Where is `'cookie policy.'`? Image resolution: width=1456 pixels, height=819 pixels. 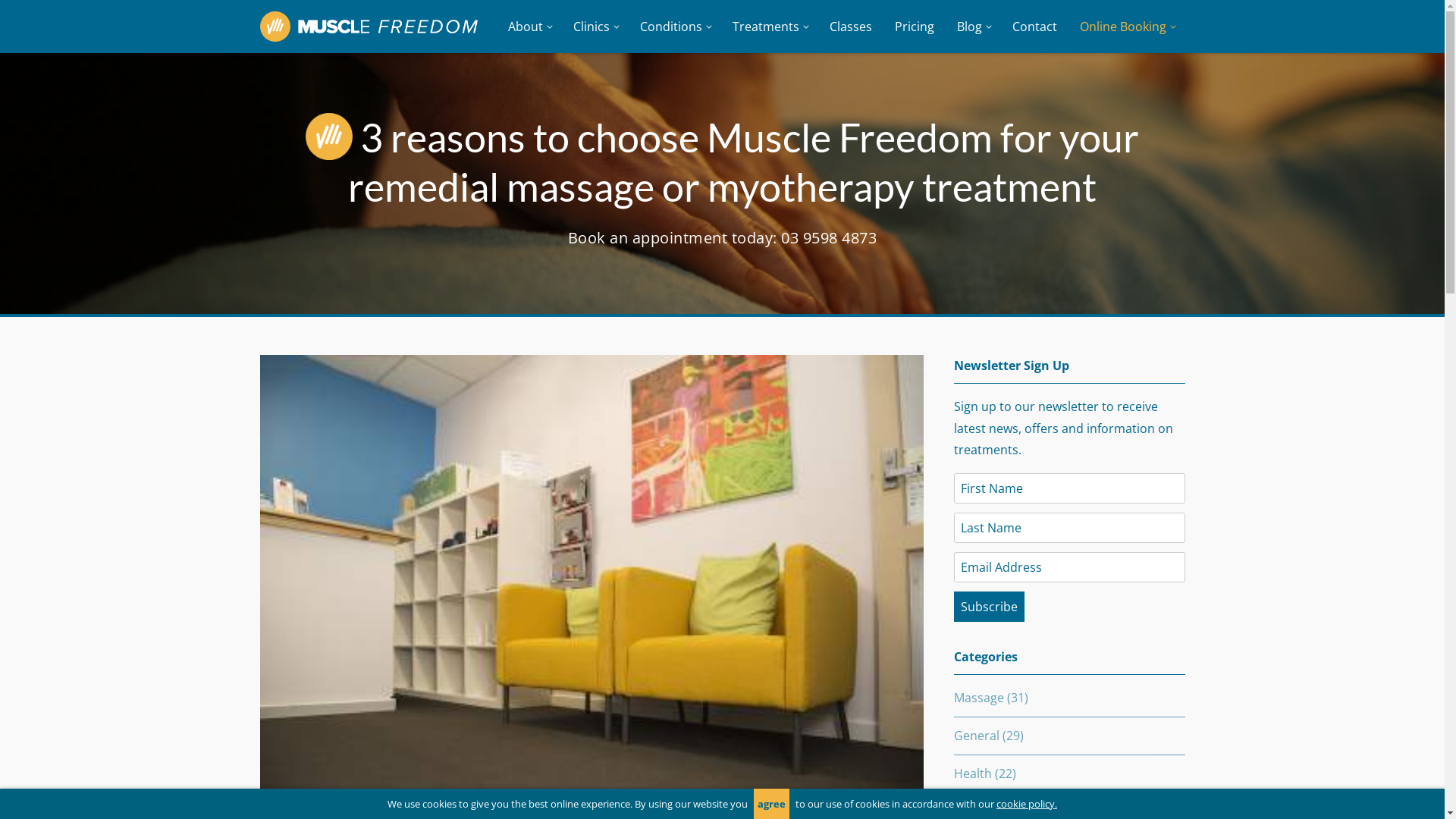
'cookie policy.' is located at coordinates (1026, 803).